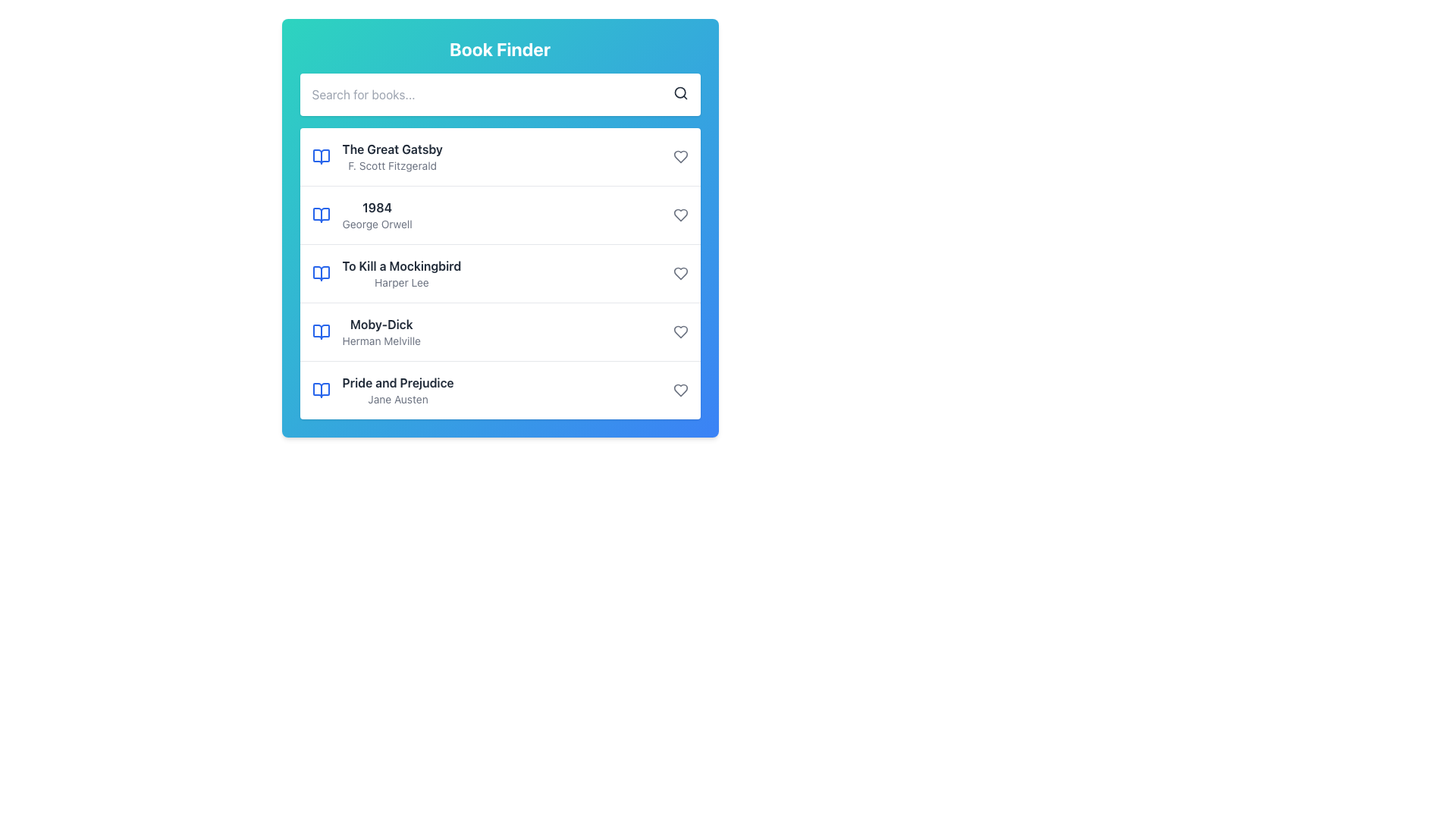  I want to click on the heart-shaped icon button representing the like feature for the book entry 'To Kill a Mockingbird', so click(679, 274).